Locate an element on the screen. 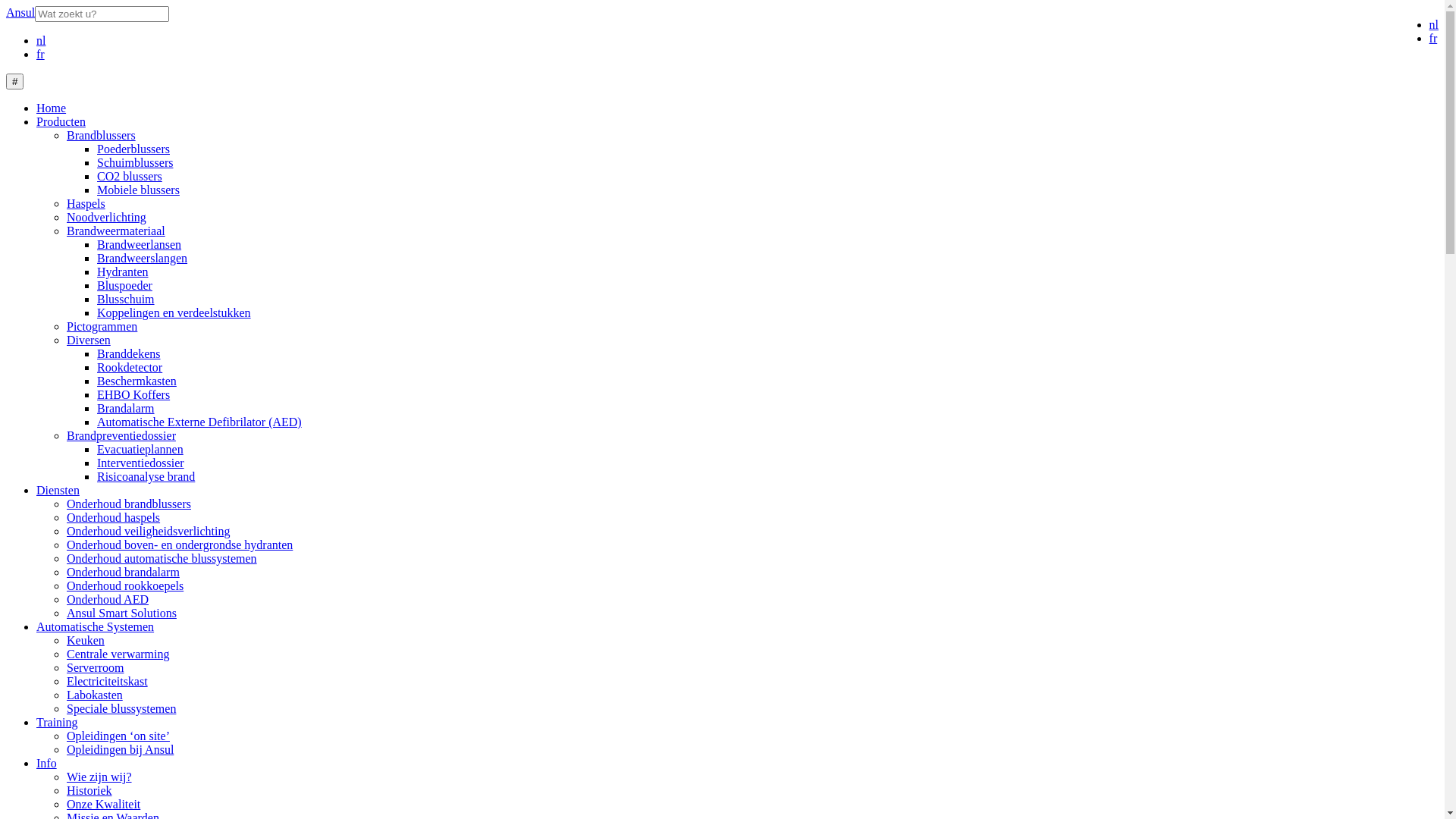 The width and height of the screenshot is (1456, 819). 'Diensten' is located at coordinates (58, 490).